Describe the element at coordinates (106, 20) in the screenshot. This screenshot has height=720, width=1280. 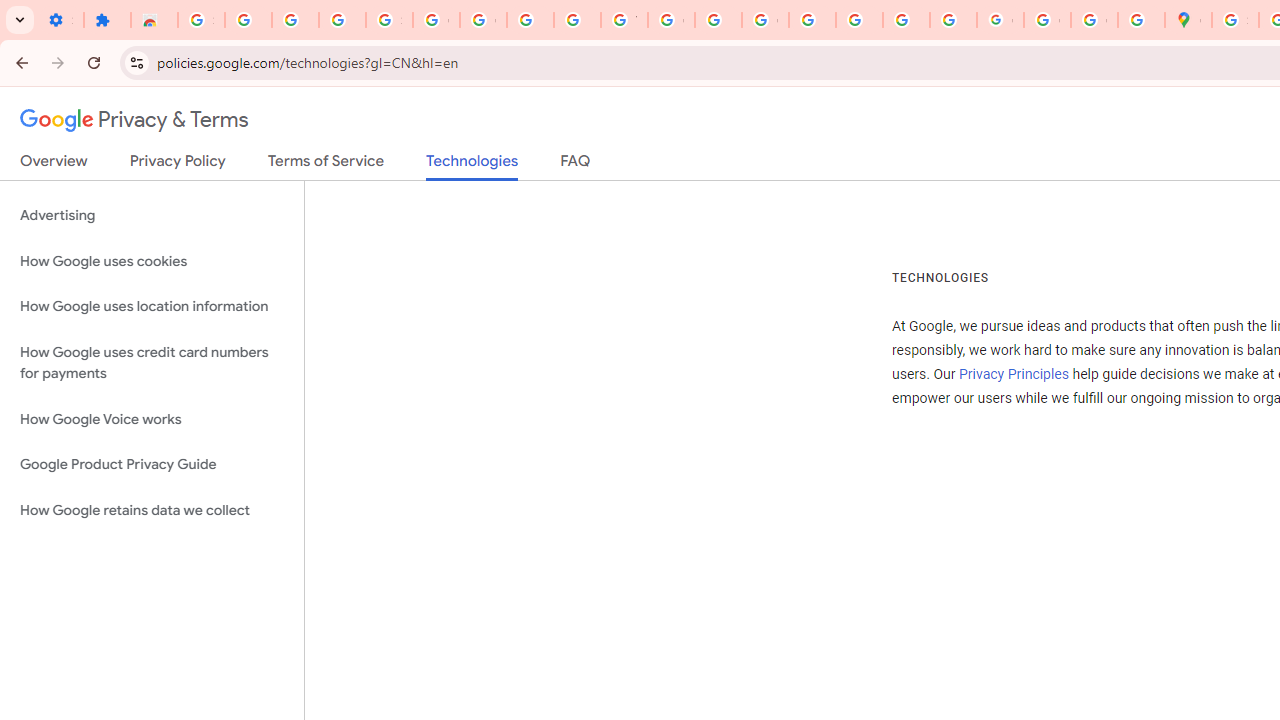
I see `'Extensions'` at that location.